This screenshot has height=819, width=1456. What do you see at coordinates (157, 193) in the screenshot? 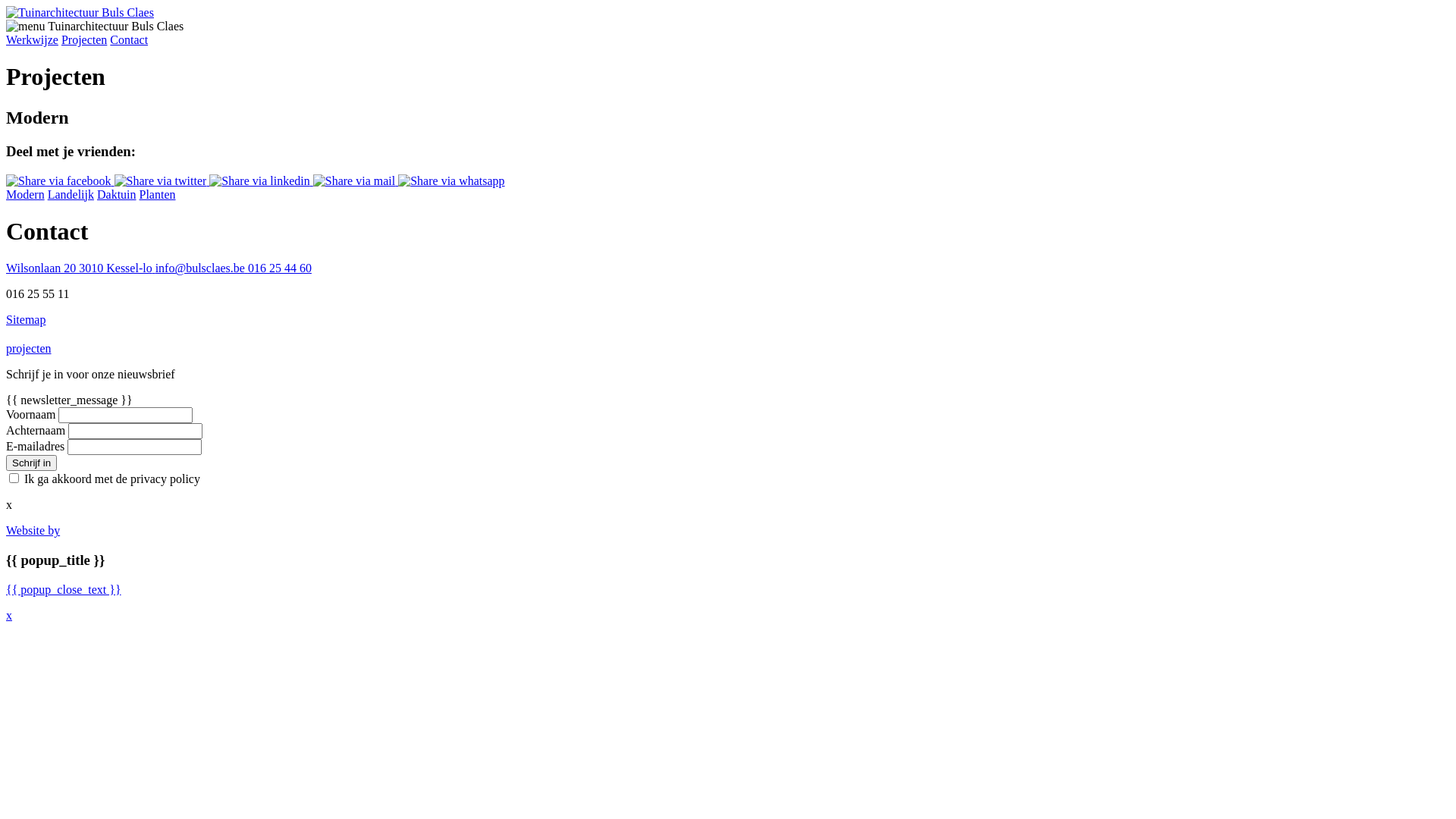
I see `'Planten'` at bounding box center [157, 193].